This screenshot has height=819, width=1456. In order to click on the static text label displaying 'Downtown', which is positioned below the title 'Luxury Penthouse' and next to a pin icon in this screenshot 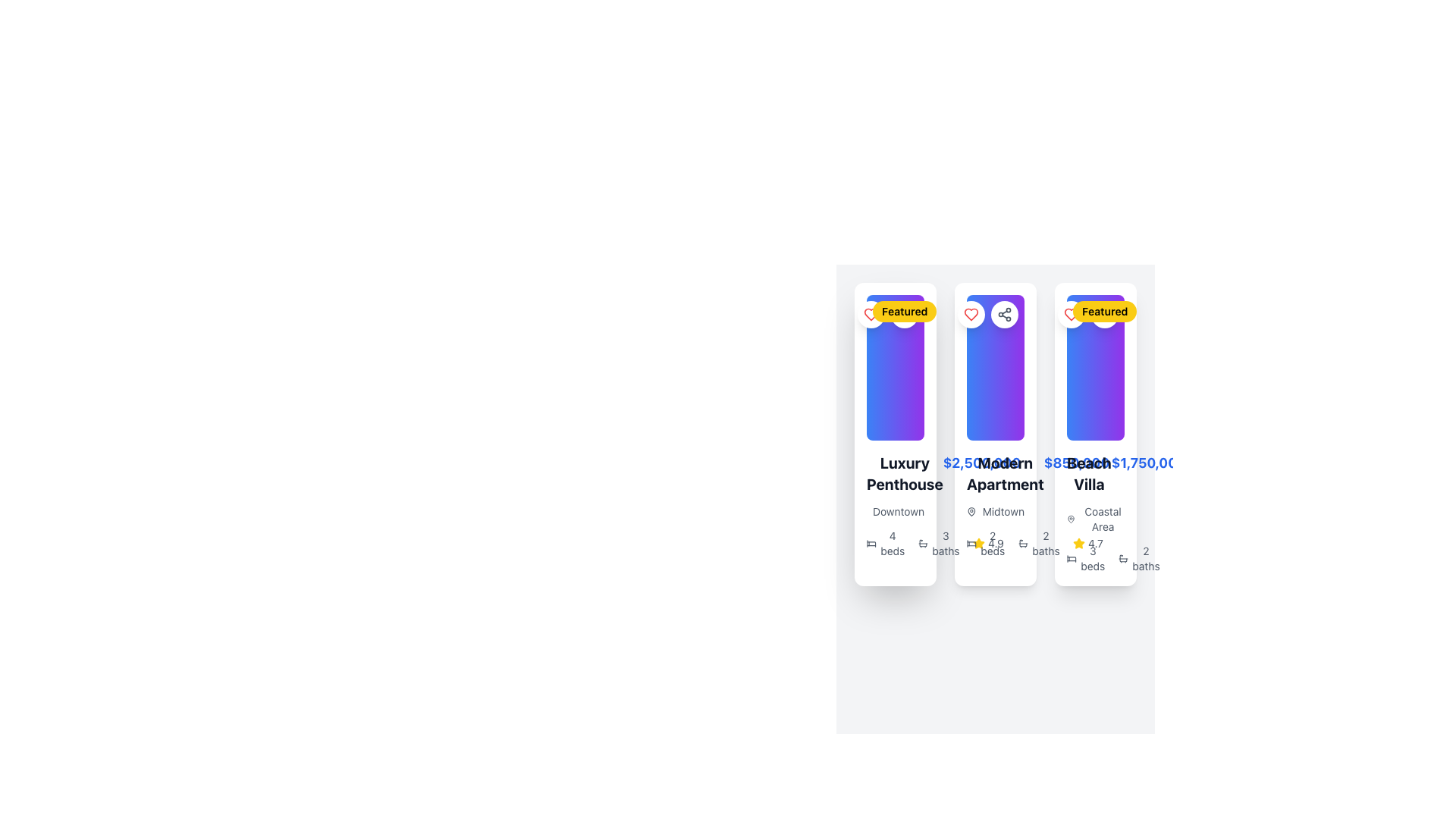, I will do `click(895, 512)`.